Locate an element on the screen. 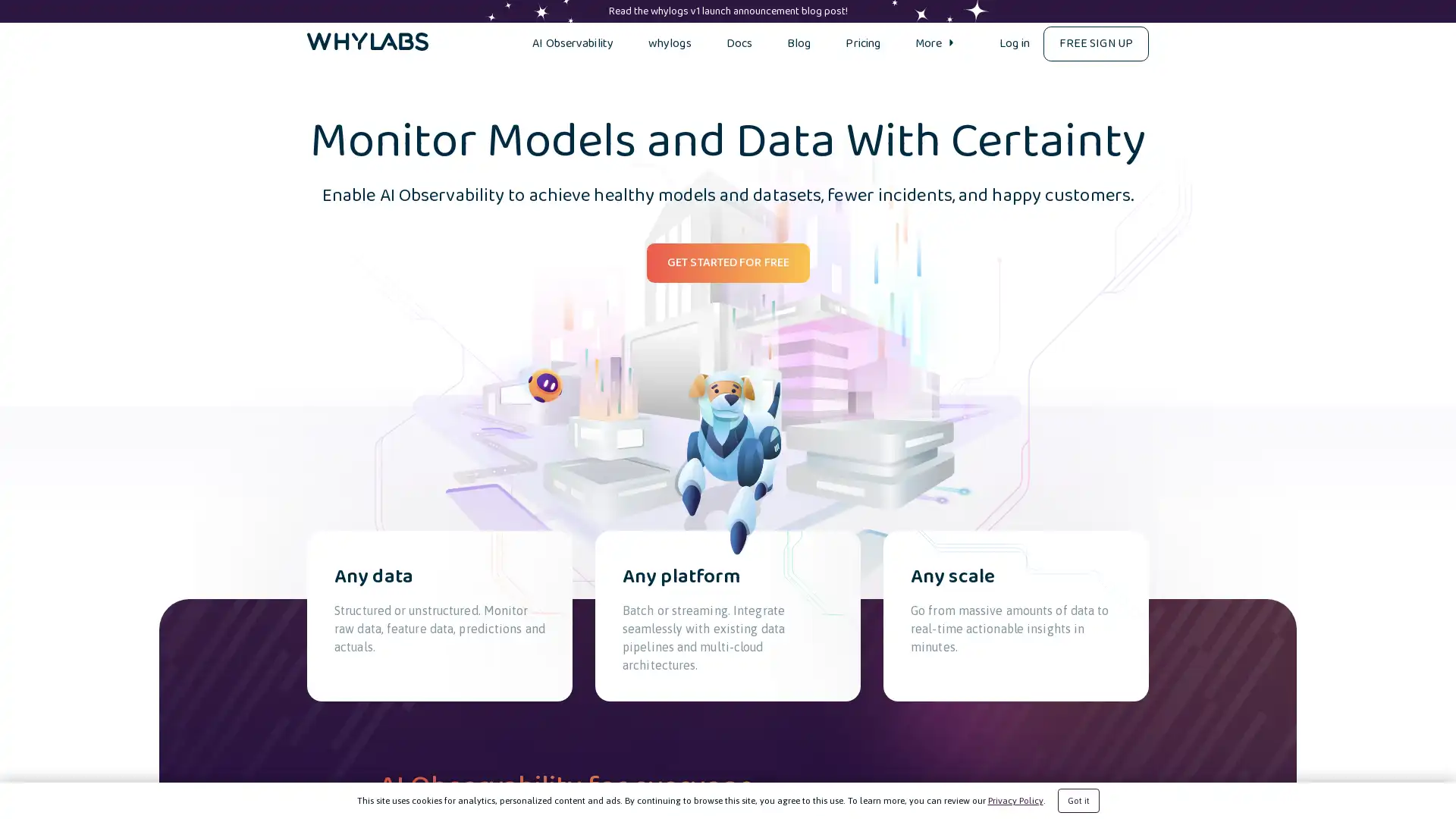 The height and width of the screenshot is (819, 1456). Pricing is located at coordinates (862, 42).